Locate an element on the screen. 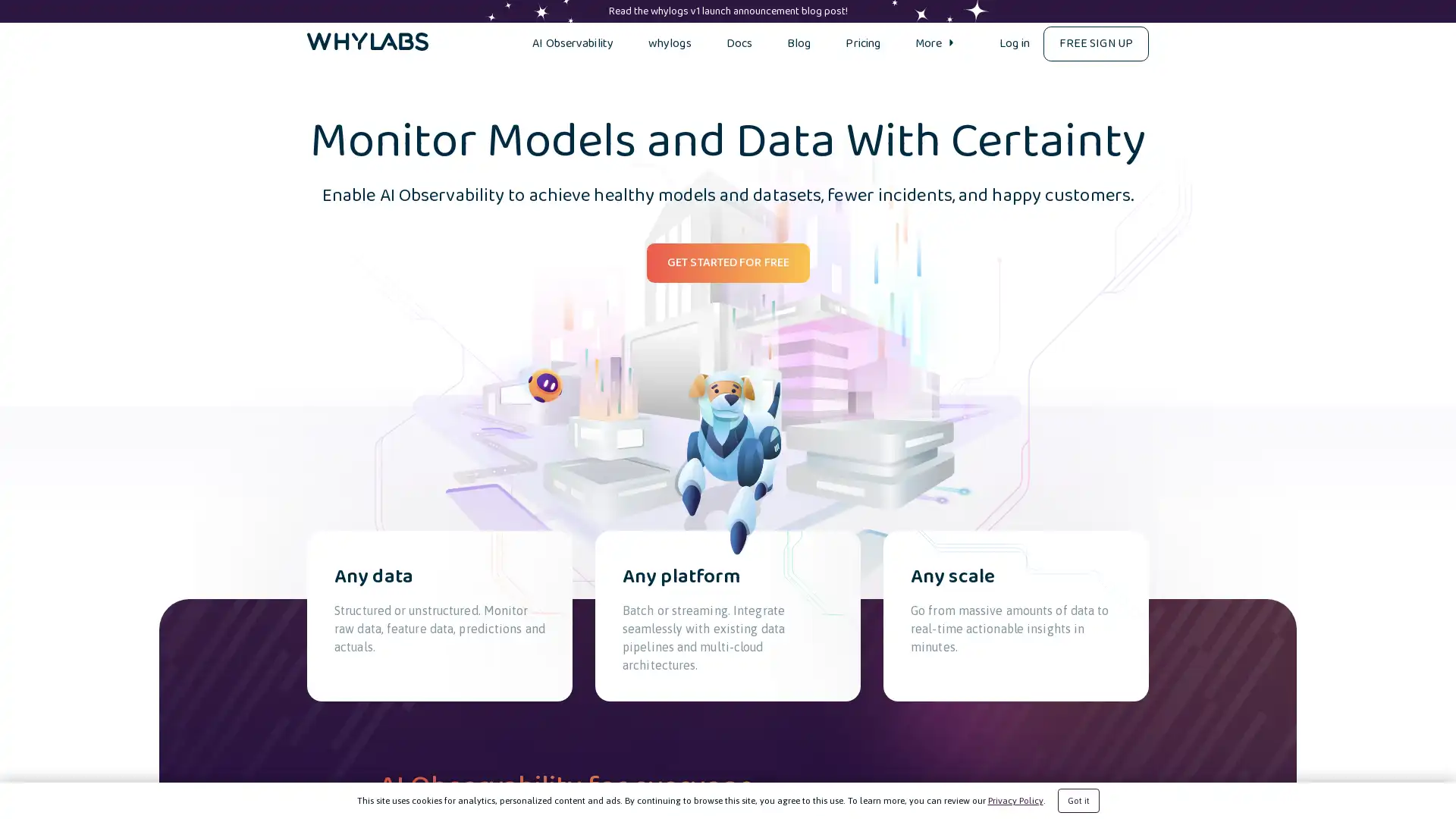 The height and width of the screenshot is (819, 1456). Pricing is located at coordinates (862, 42).